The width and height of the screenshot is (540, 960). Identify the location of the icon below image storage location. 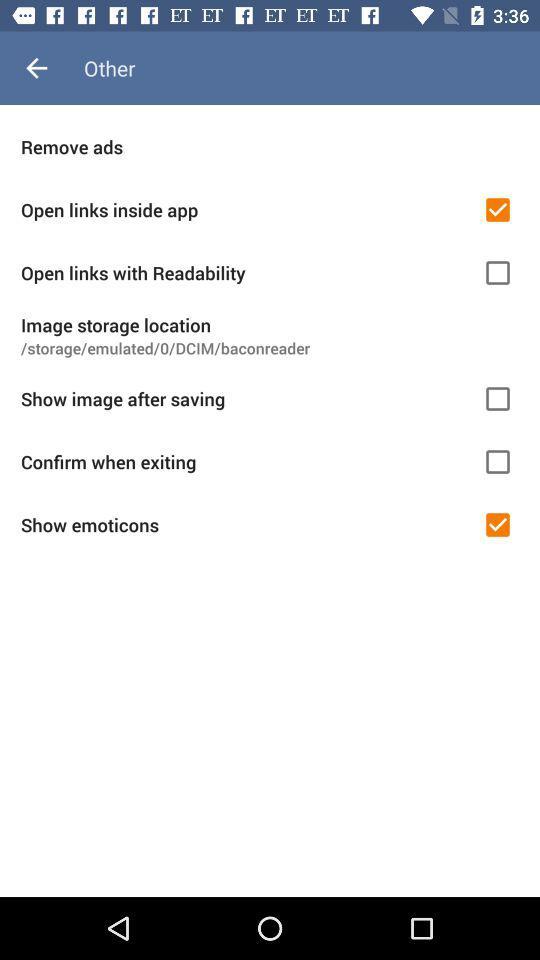
(270, 348).